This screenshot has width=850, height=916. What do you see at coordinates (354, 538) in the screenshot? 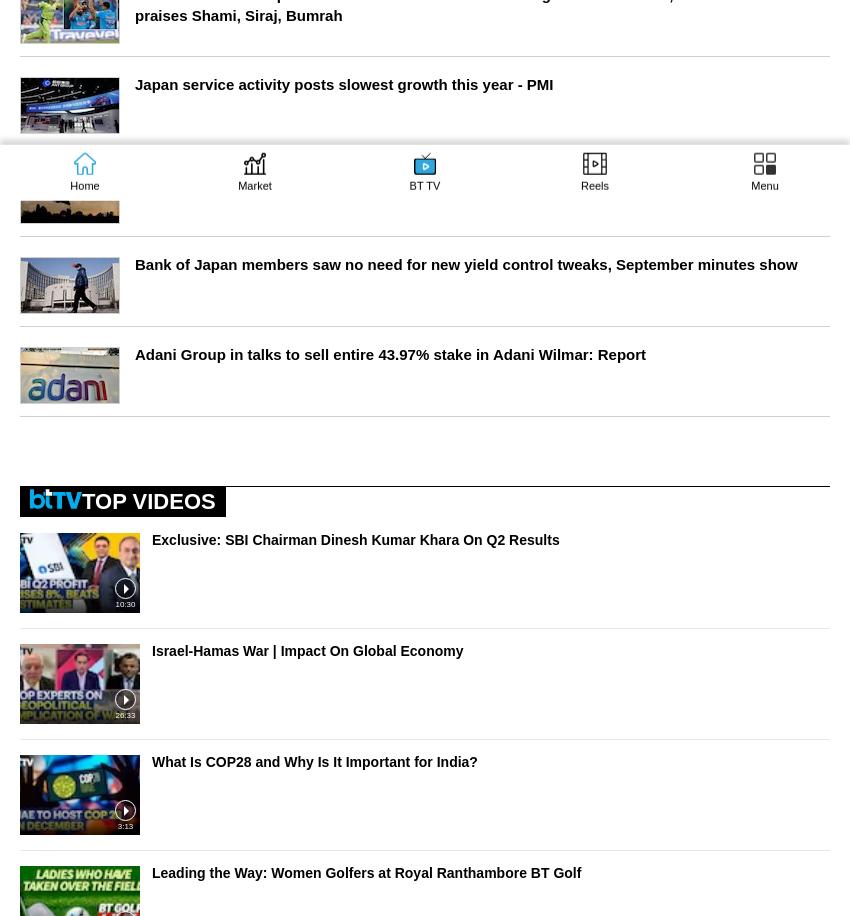
I see `'Exclusive: SBI Chairman Dinesh Kumar Khara On Q2 Results'` at bounding box center [354, 538].